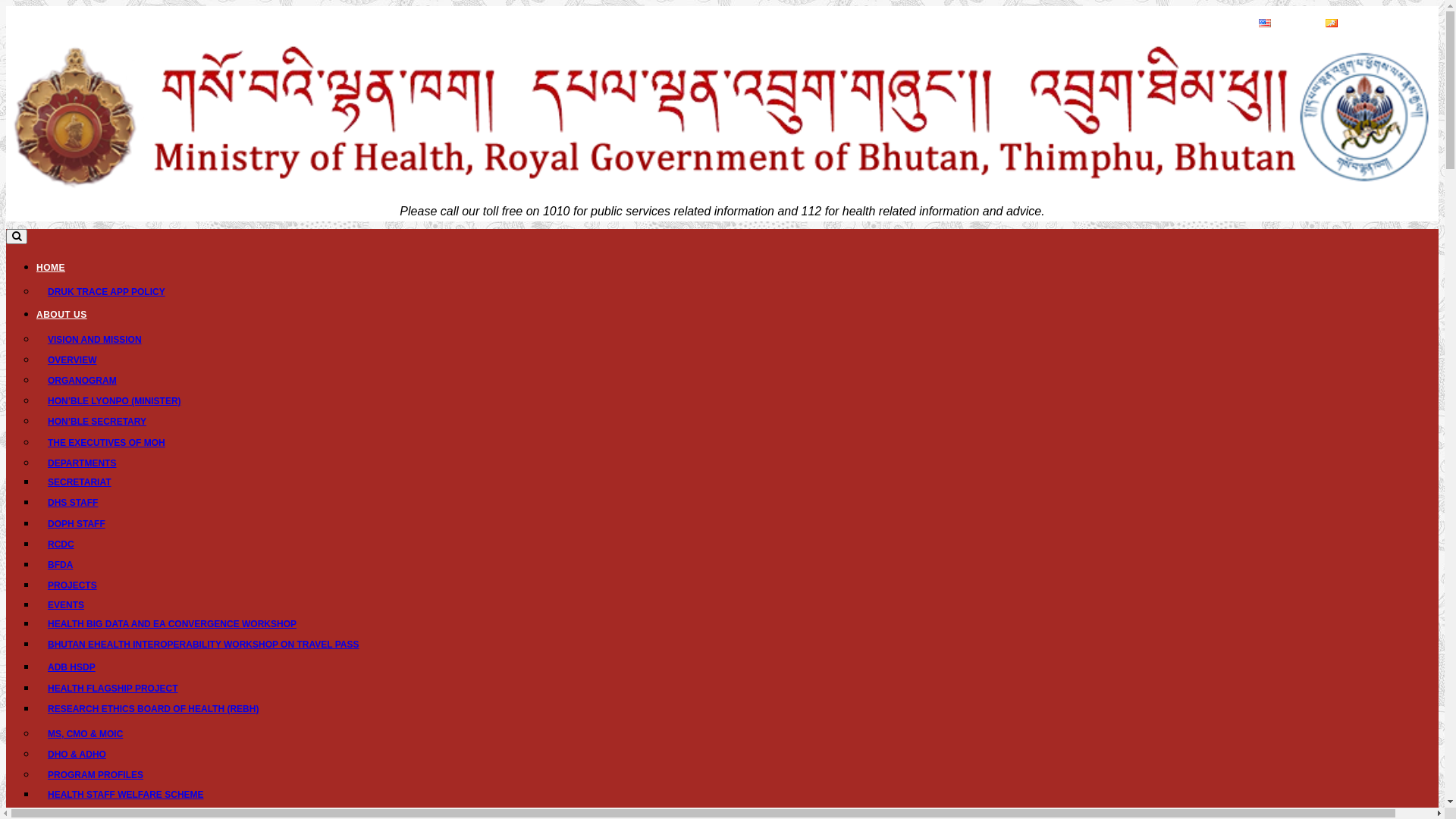 This screenshot has width=1456, height=819. What do you see at coordinates (93, 338) in the screenshot?
I see `'VISION AND MISSION'` at bounding box center [93, 338].